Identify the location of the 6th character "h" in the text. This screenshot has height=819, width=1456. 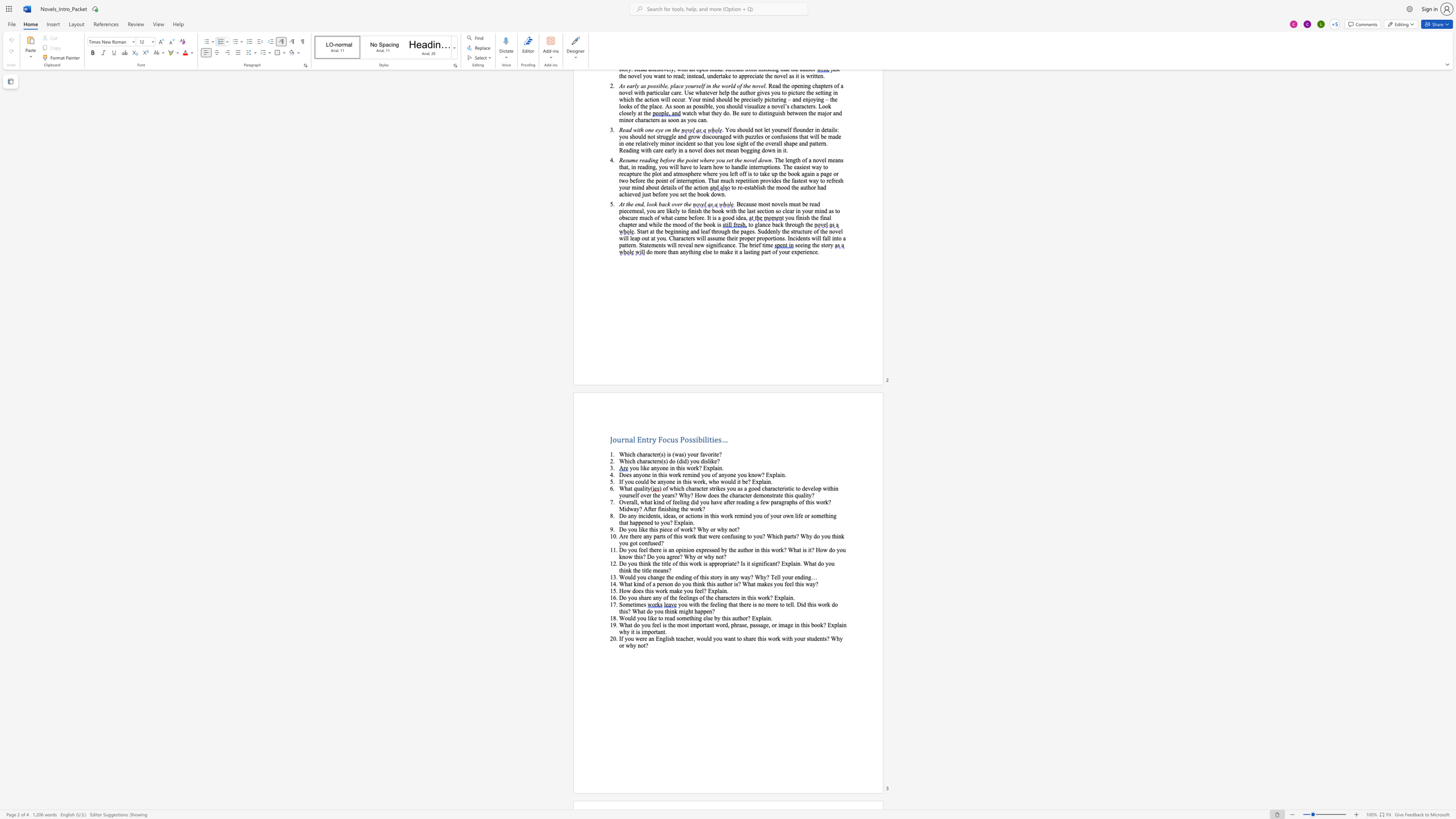
(798, 583).